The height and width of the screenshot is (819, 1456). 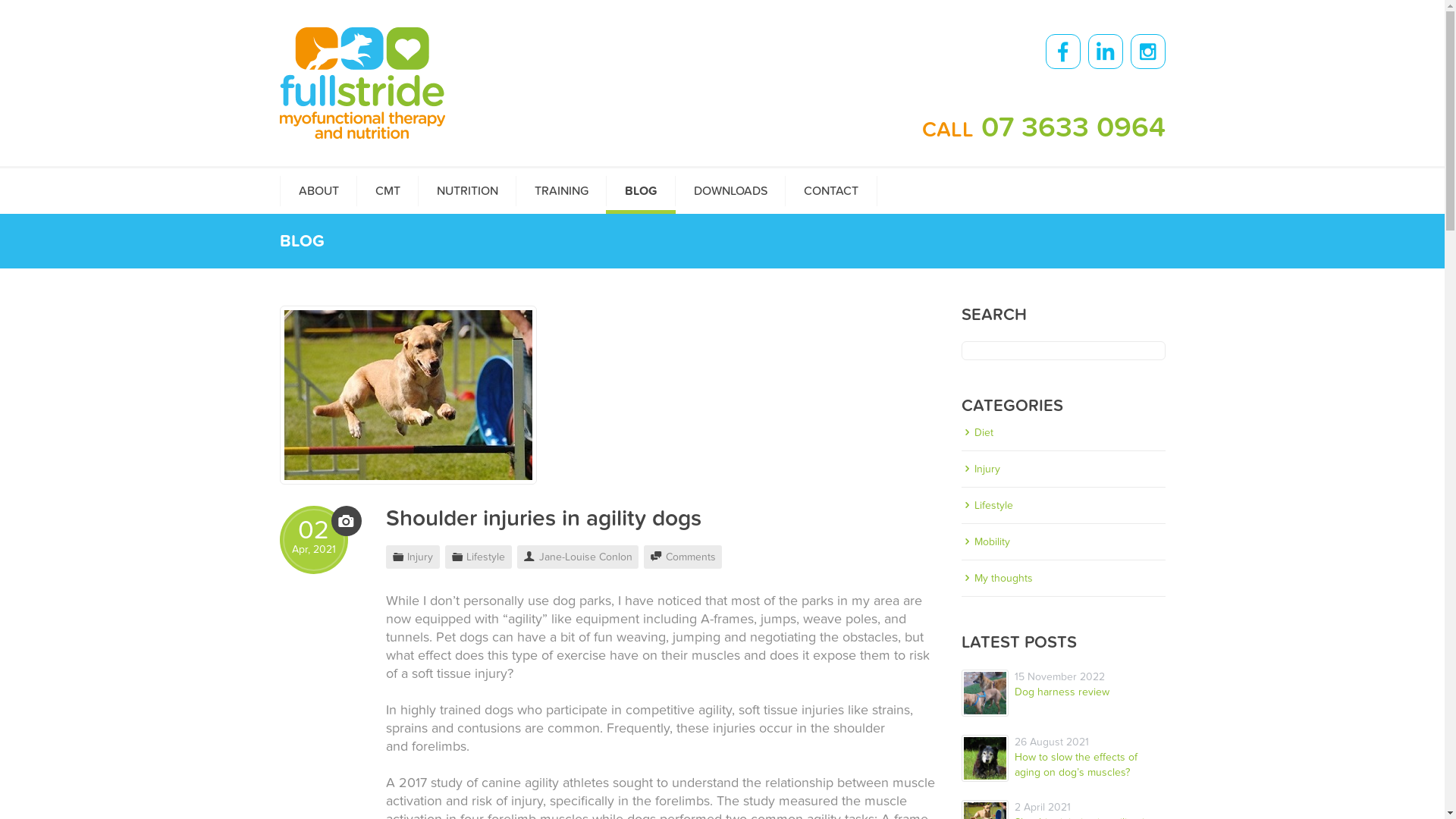 I want to click on 'CONTACT', so click(x=829, y=190).